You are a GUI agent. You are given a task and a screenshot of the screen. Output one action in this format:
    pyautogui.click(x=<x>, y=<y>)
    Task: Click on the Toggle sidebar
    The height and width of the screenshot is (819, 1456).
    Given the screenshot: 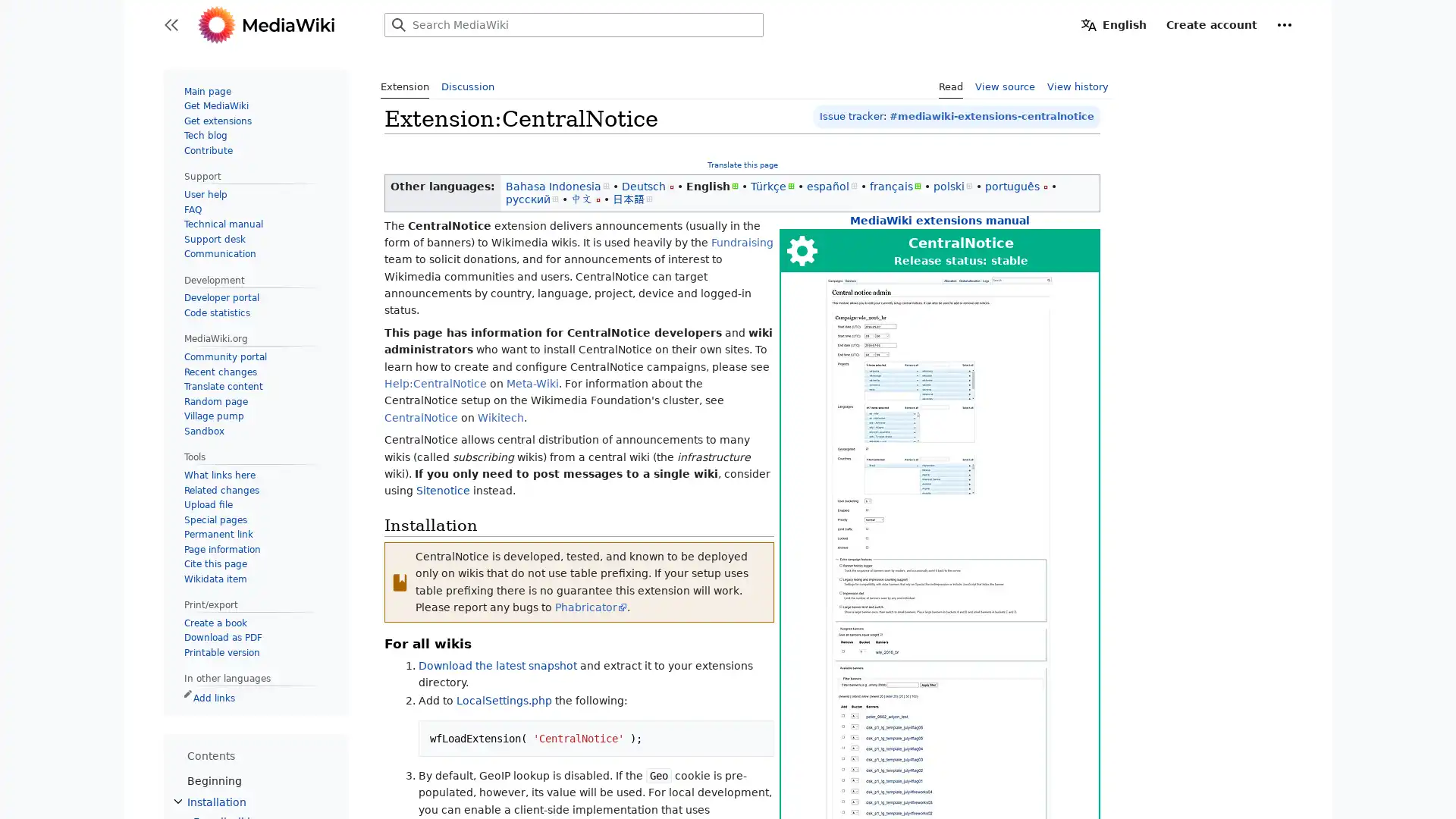 What is the action you would take?
    pyautogui.click(x=171, y=25)
    